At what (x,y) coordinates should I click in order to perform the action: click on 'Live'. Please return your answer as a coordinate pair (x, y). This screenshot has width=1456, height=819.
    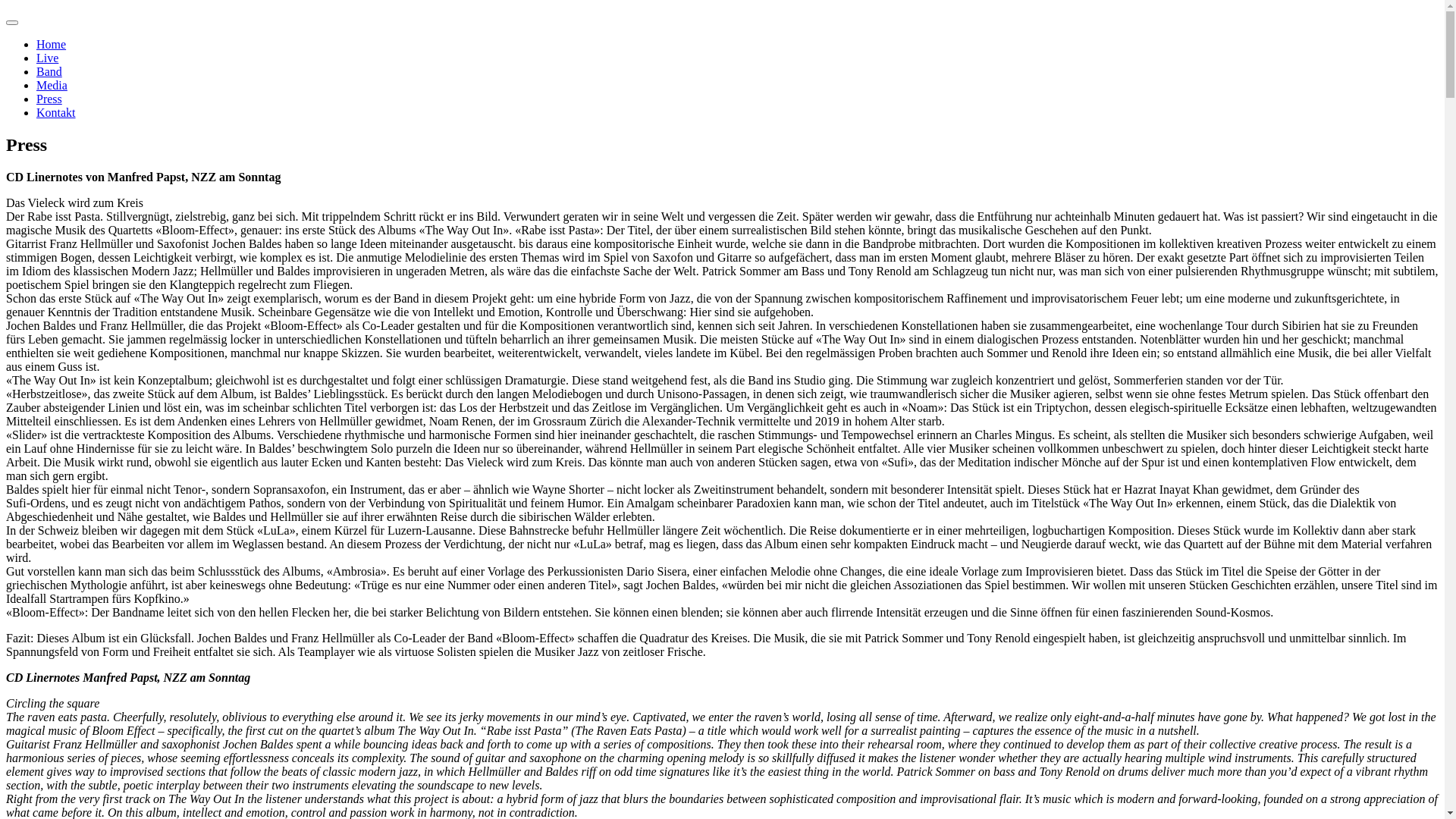
    Looking at the image, I should click on (47, 57).